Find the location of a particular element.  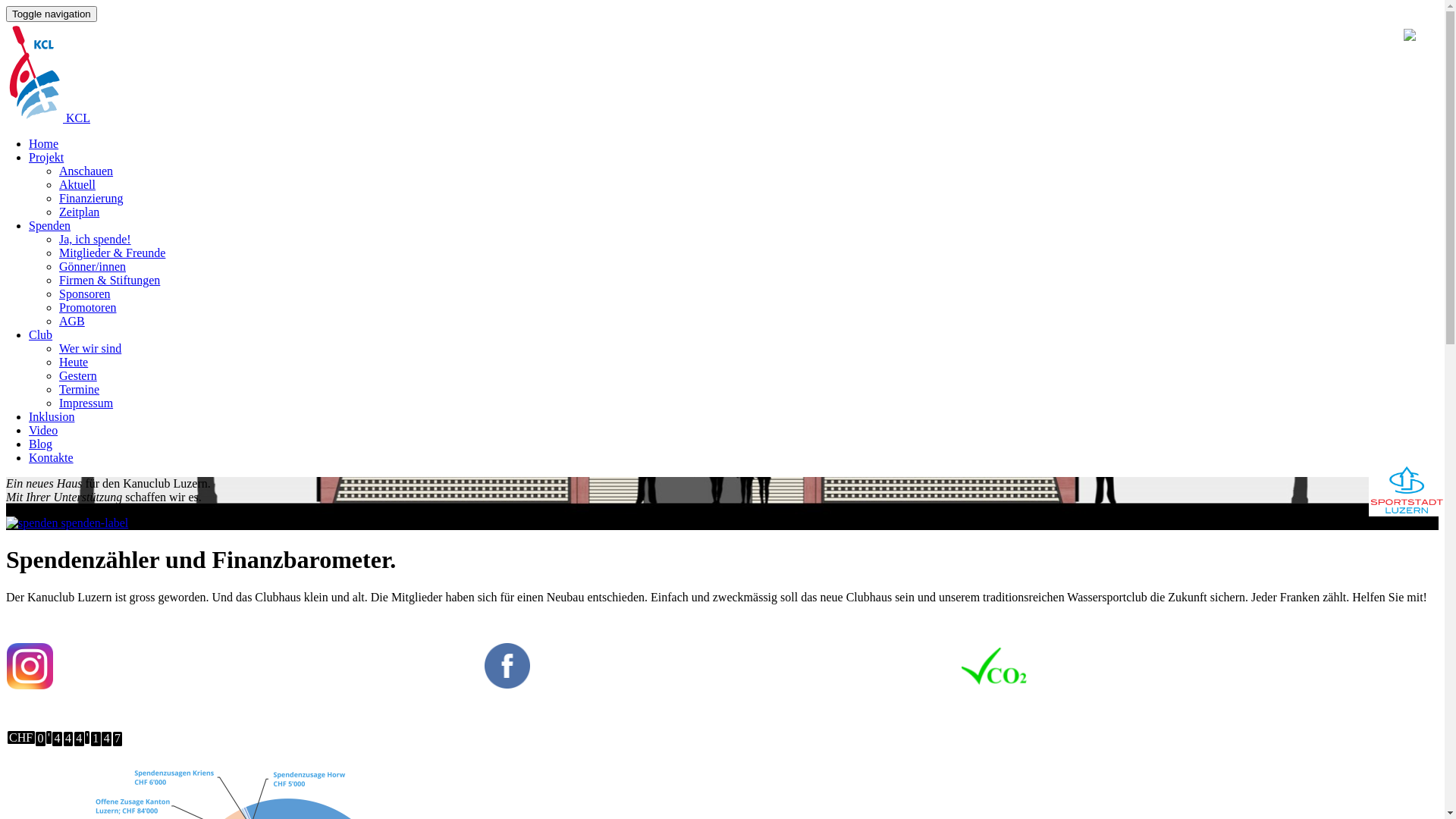

'Toggle navigation' is located at coordinates (51, 14).